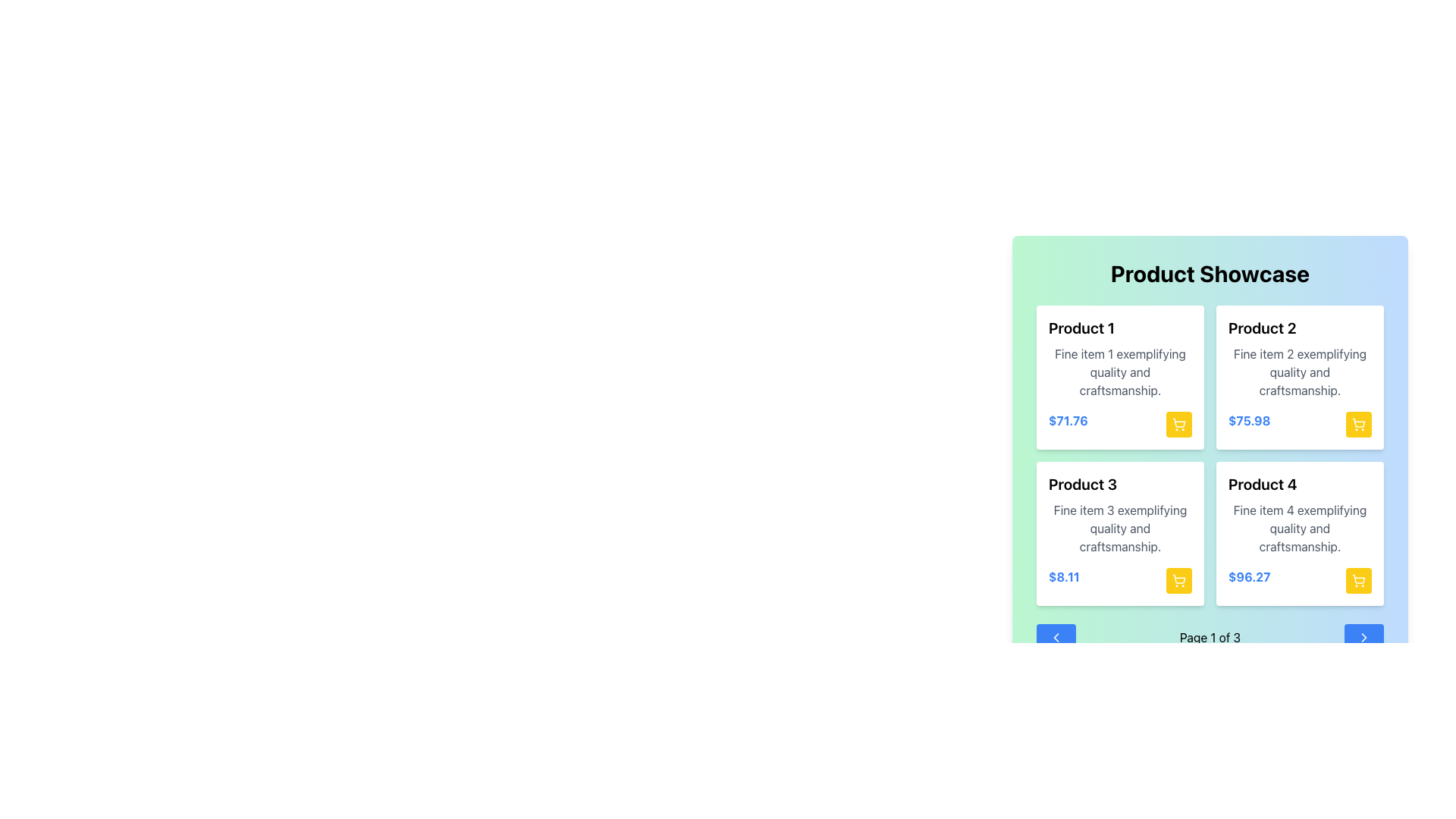 The width and height of the screenshot is (1456, 819). Describe the element at coordinates (1178, 580) in the screenshot. I see `the icon located within the yellow button under the Product 3 card` at that location.